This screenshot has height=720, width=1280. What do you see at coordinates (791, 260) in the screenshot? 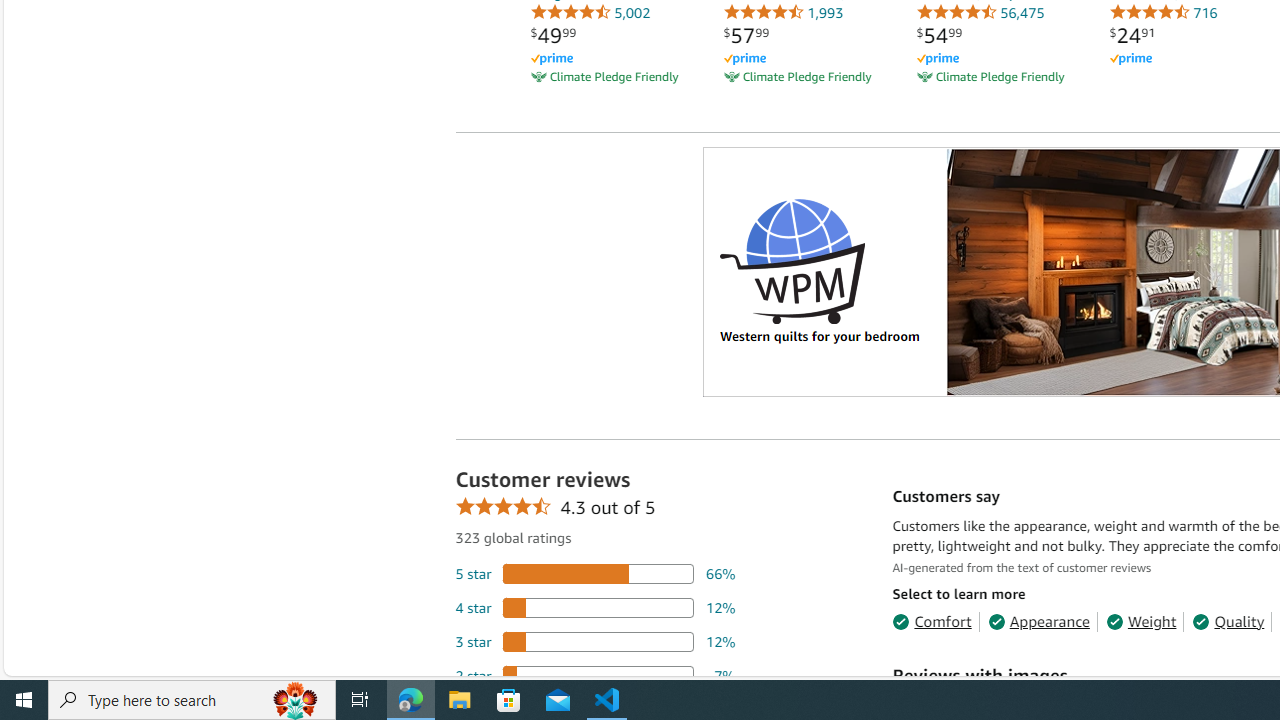
I see `'Logo'` at bounding box center [791, 260].